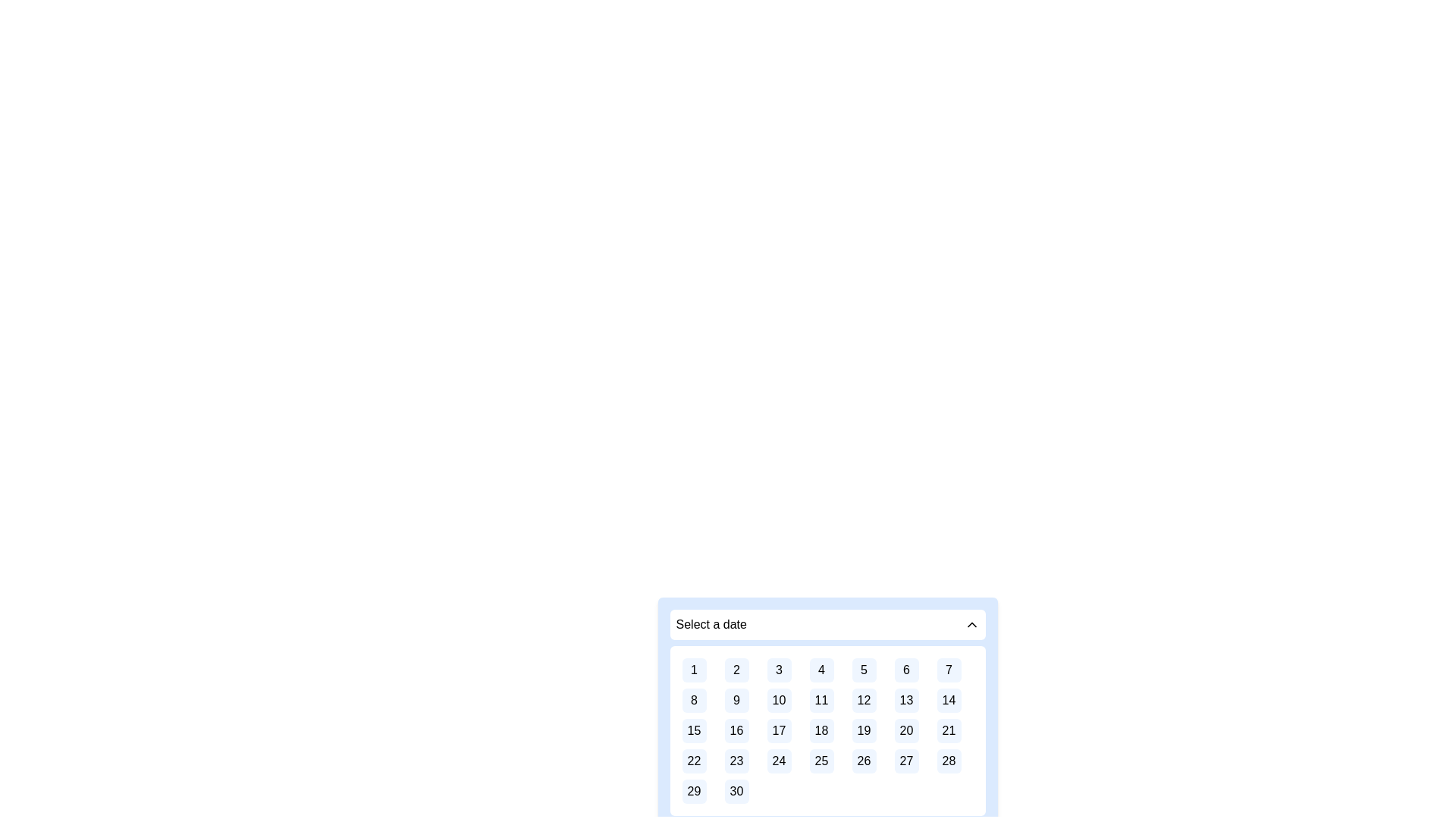 The width and height of the screenshot is (1456, 819). What do you see at coordinates (906, 701) in the screenshot?
I see `the date selector button representing the date '13' in the calendar, located in the second row and sixth column of the calendar grid` at bounding box center [906, 701].